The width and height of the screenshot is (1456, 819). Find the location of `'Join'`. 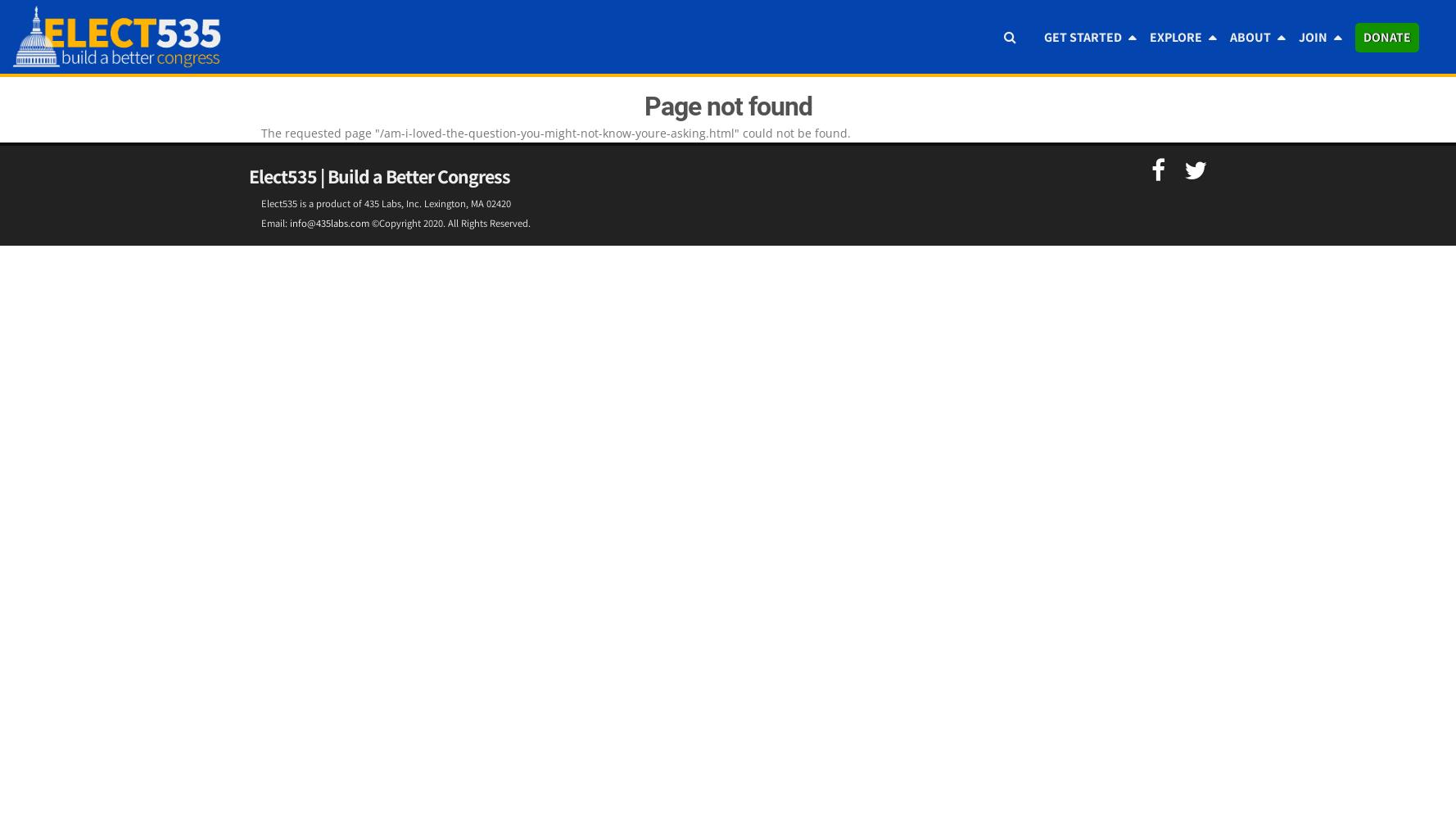

'Join' is located at coordinates (1312, 37).